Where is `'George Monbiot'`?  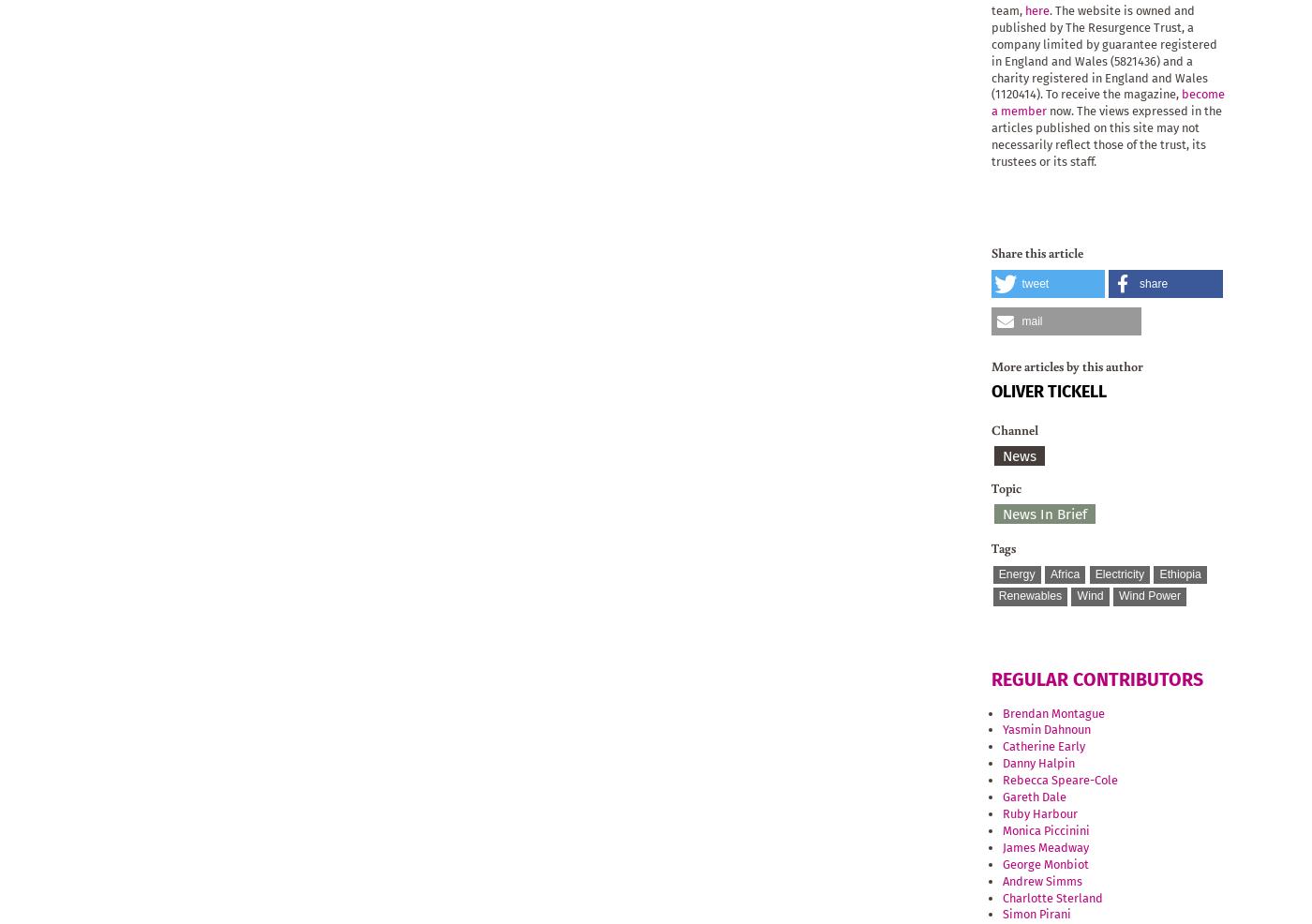
'George Monbiot' is located at coordinates (1045, 863).